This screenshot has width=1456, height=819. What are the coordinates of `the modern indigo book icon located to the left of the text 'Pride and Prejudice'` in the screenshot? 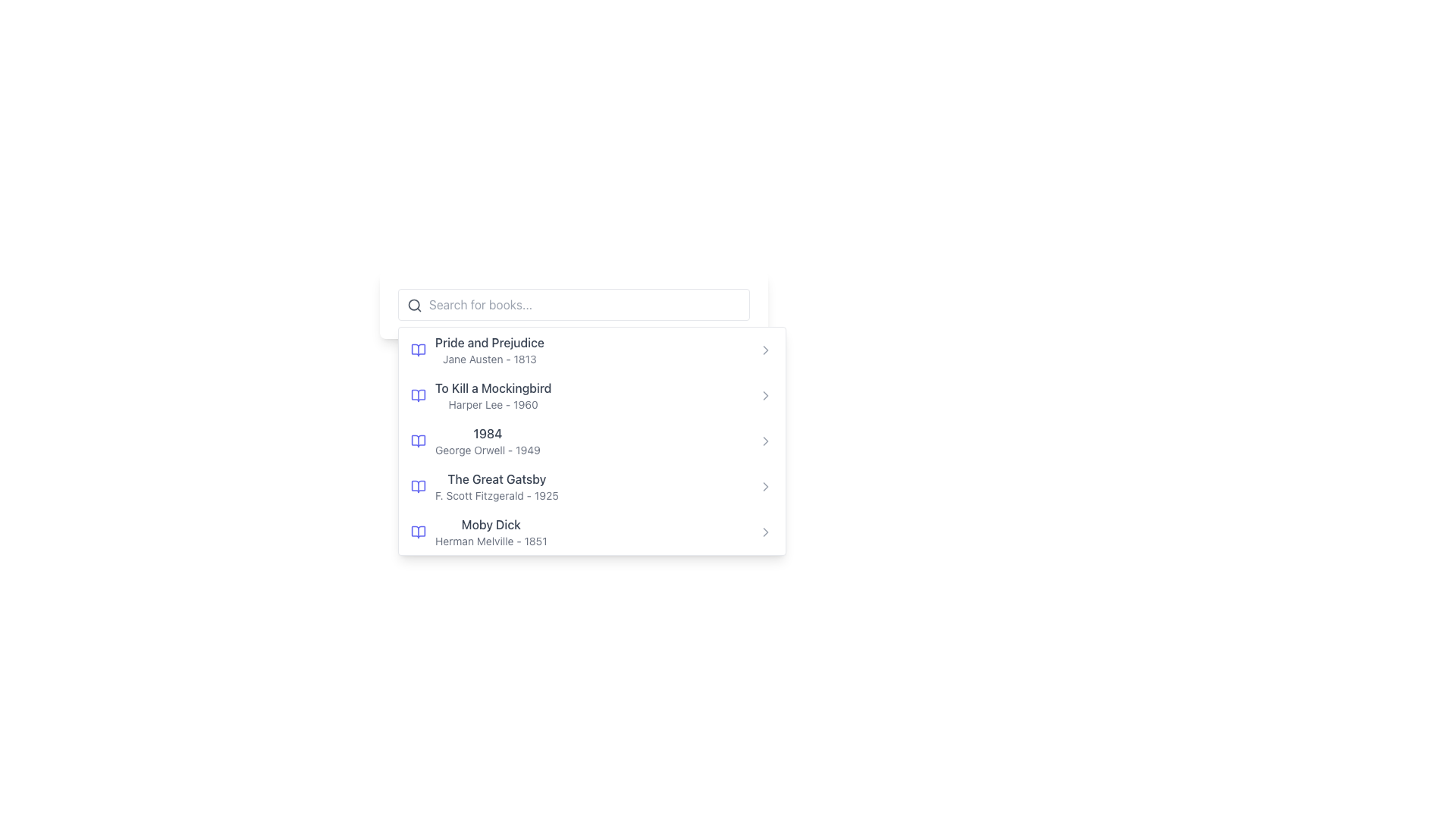 It's located at (419, 350).